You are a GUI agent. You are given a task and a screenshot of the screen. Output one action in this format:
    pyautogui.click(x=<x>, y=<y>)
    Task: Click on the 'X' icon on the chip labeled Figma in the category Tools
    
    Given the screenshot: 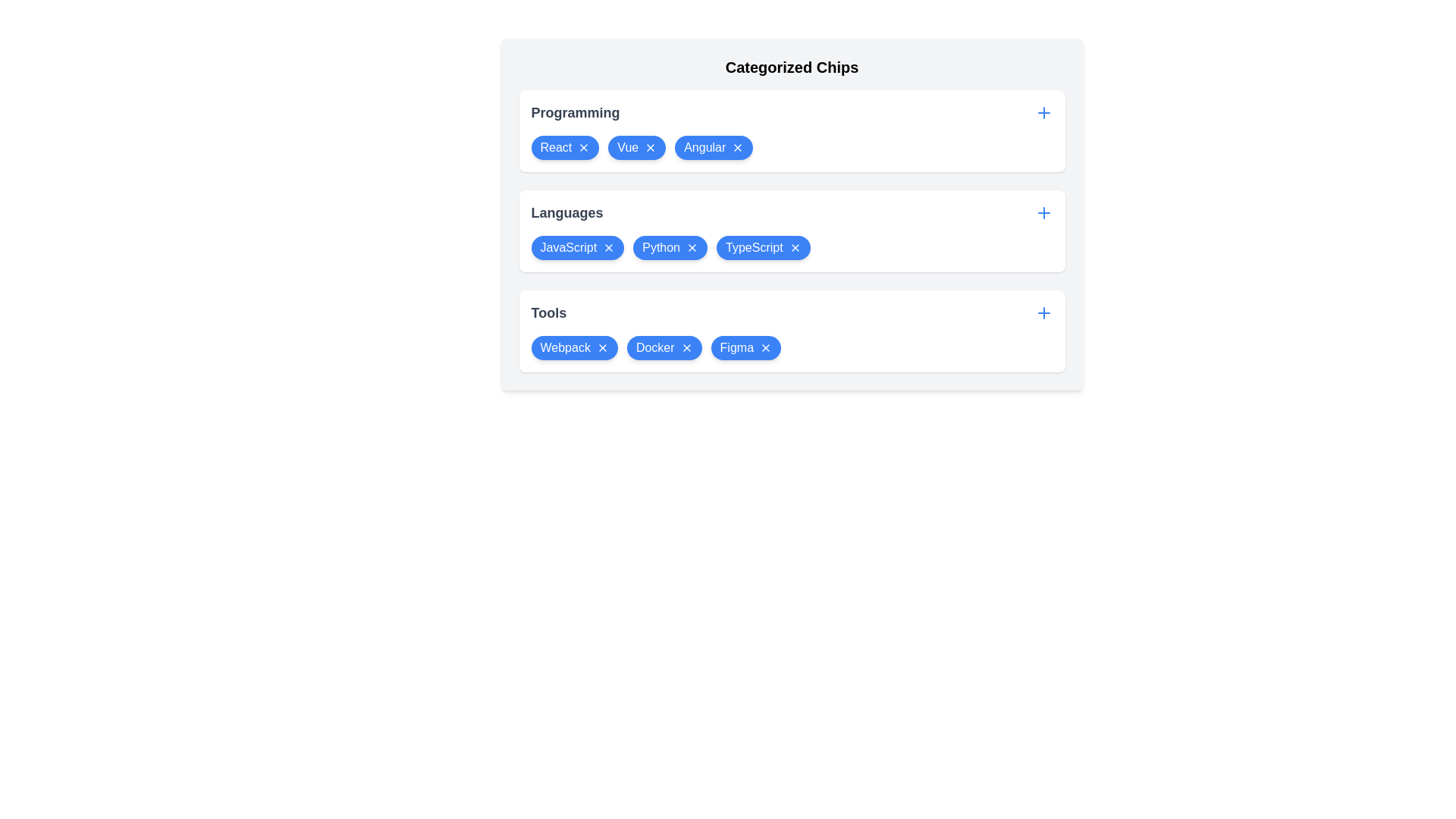 What is the action you would take?
    pyautogui.click(x=766, y=348)
    